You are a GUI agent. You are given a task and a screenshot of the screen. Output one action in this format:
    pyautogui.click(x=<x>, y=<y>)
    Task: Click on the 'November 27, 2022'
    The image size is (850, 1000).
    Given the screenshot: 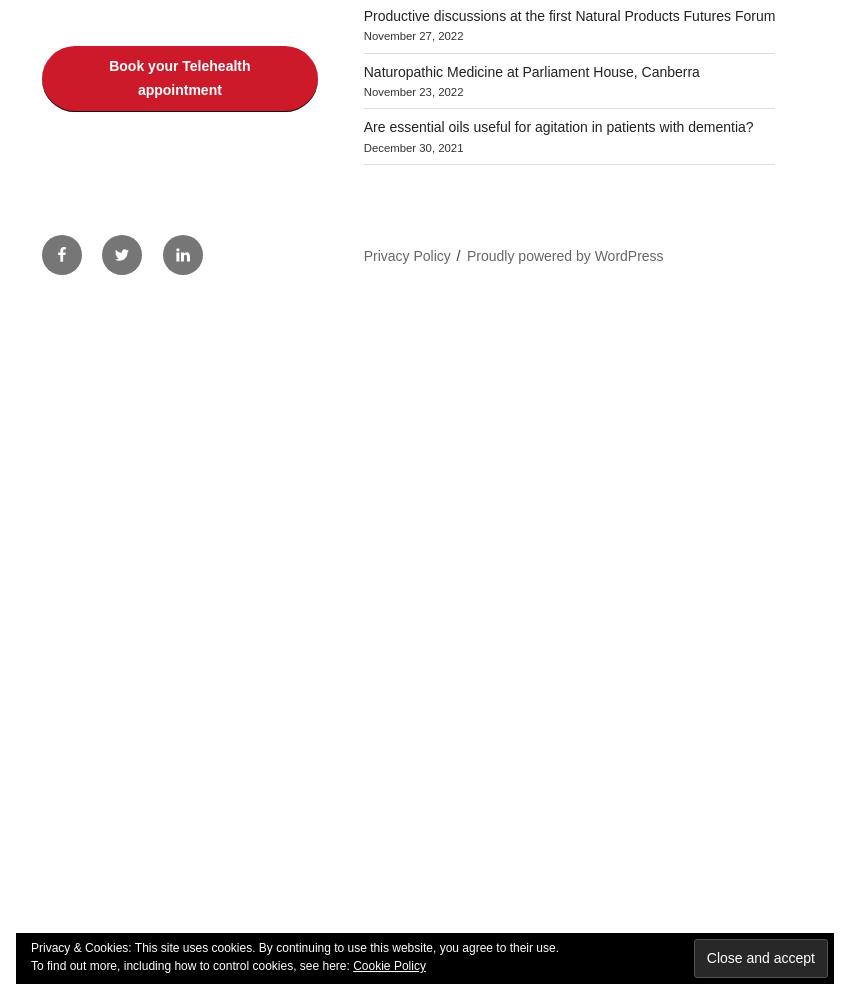 What is the action you would take?
    pyautogui.click(x=362, y=36)
    